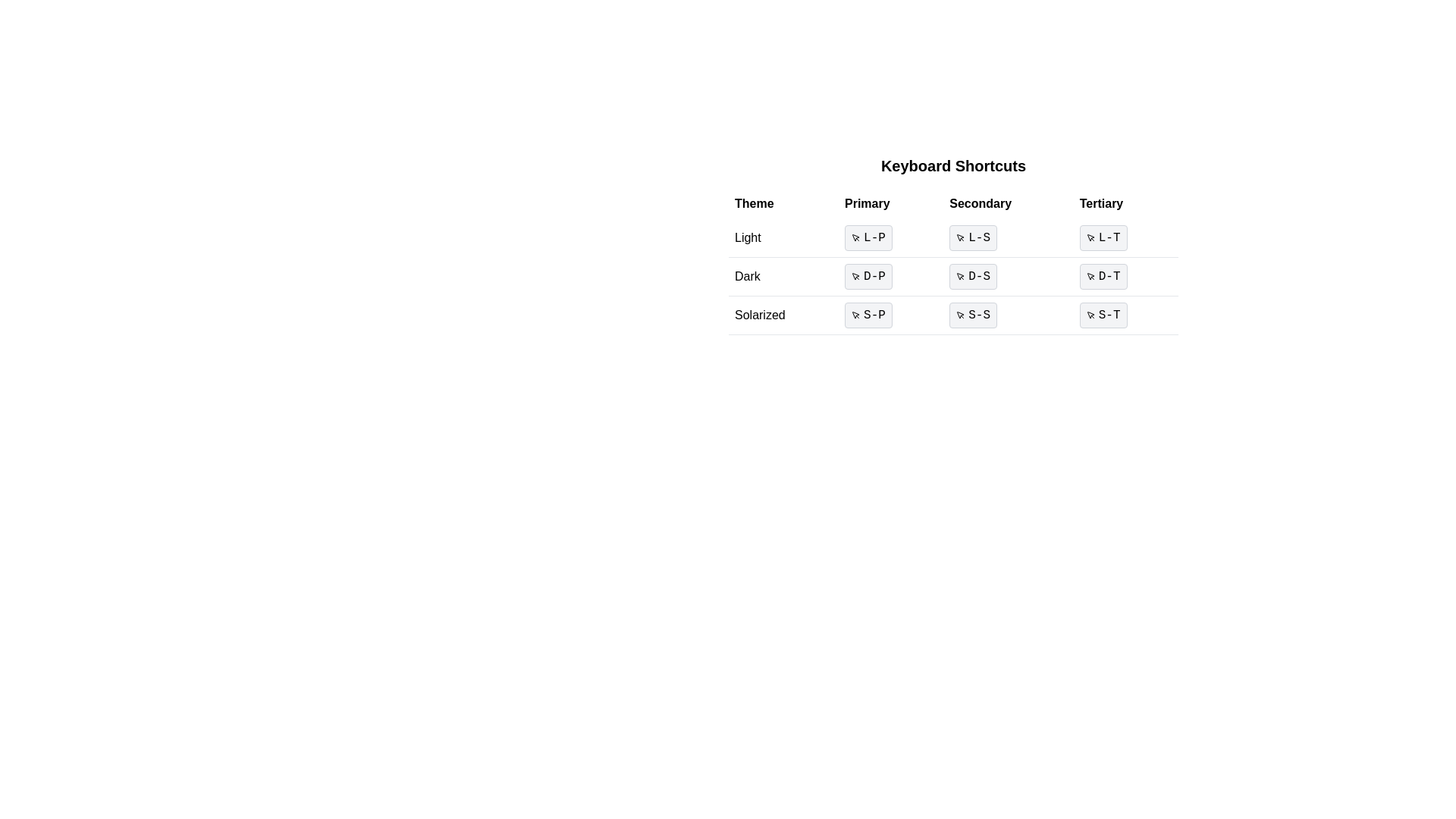 The image size is (1456, 819). I want to click on the rectangular button with light gray background labeled 'L-T', so click(1103, 237).